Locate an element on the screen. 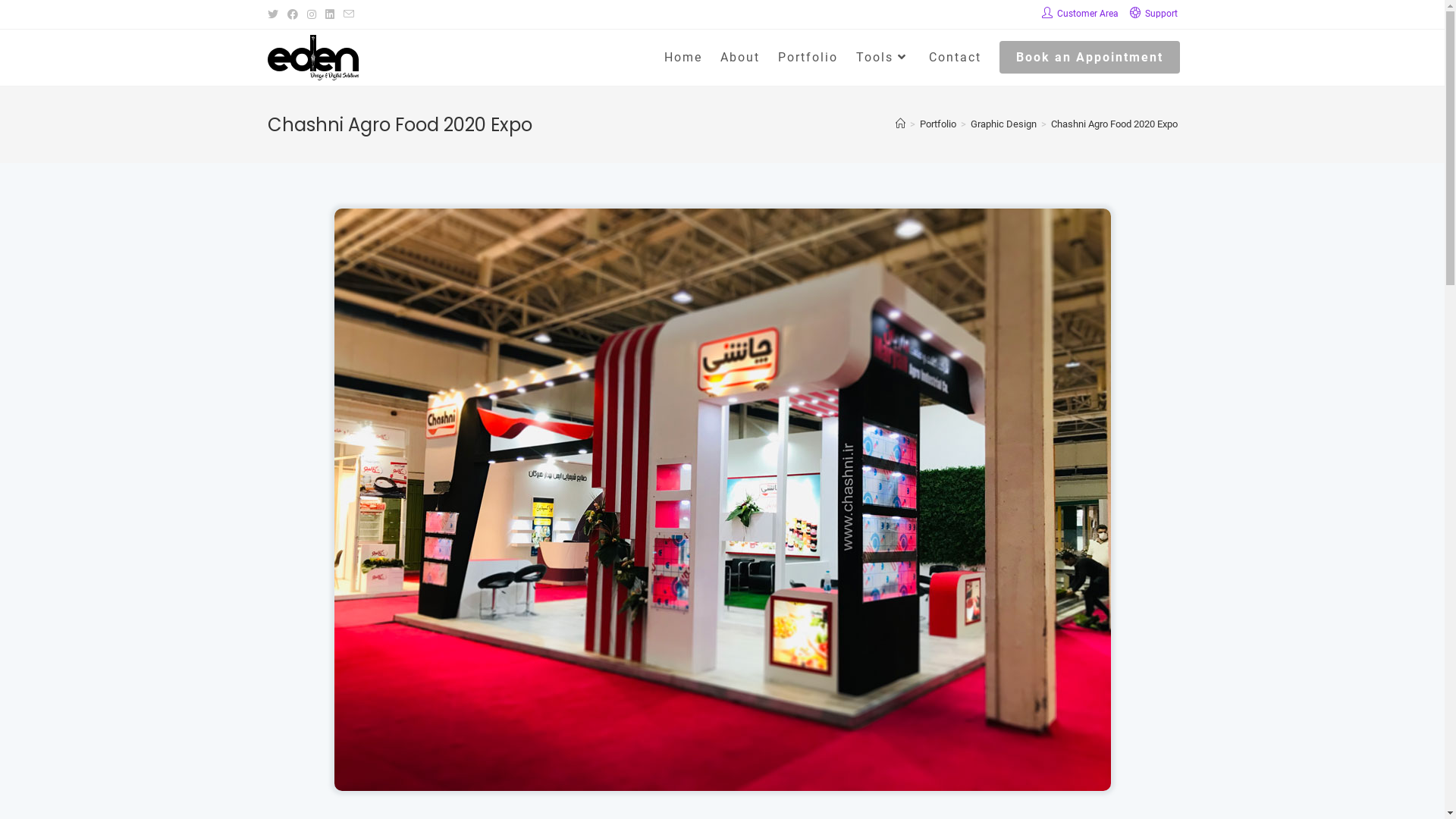  'Google Ads' is located at coordinates (836, 696).